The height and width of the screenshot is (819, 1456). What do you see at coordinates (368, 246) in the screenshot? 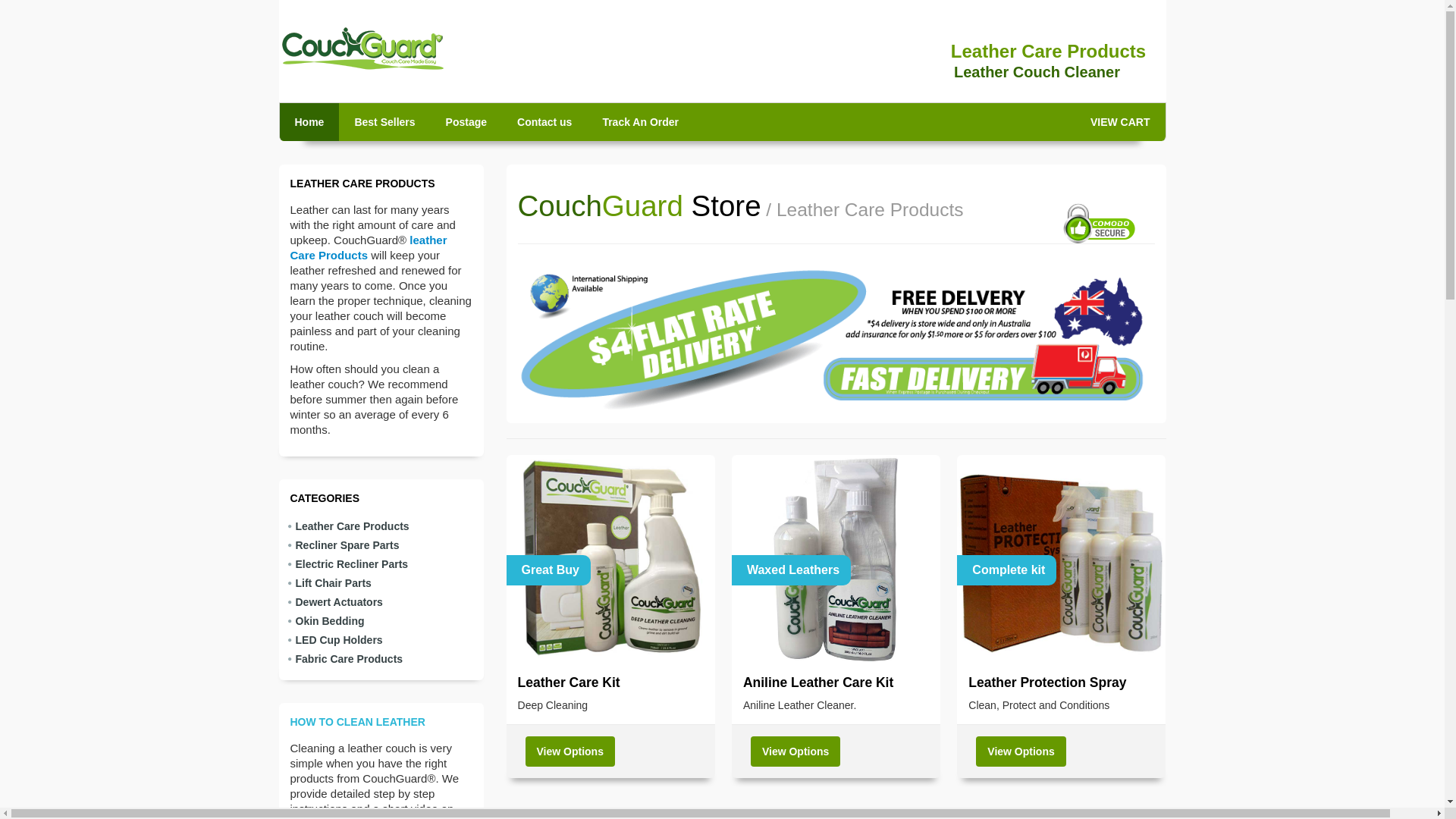
I see `'leather Care Products'` at bounding box center [368, 246].